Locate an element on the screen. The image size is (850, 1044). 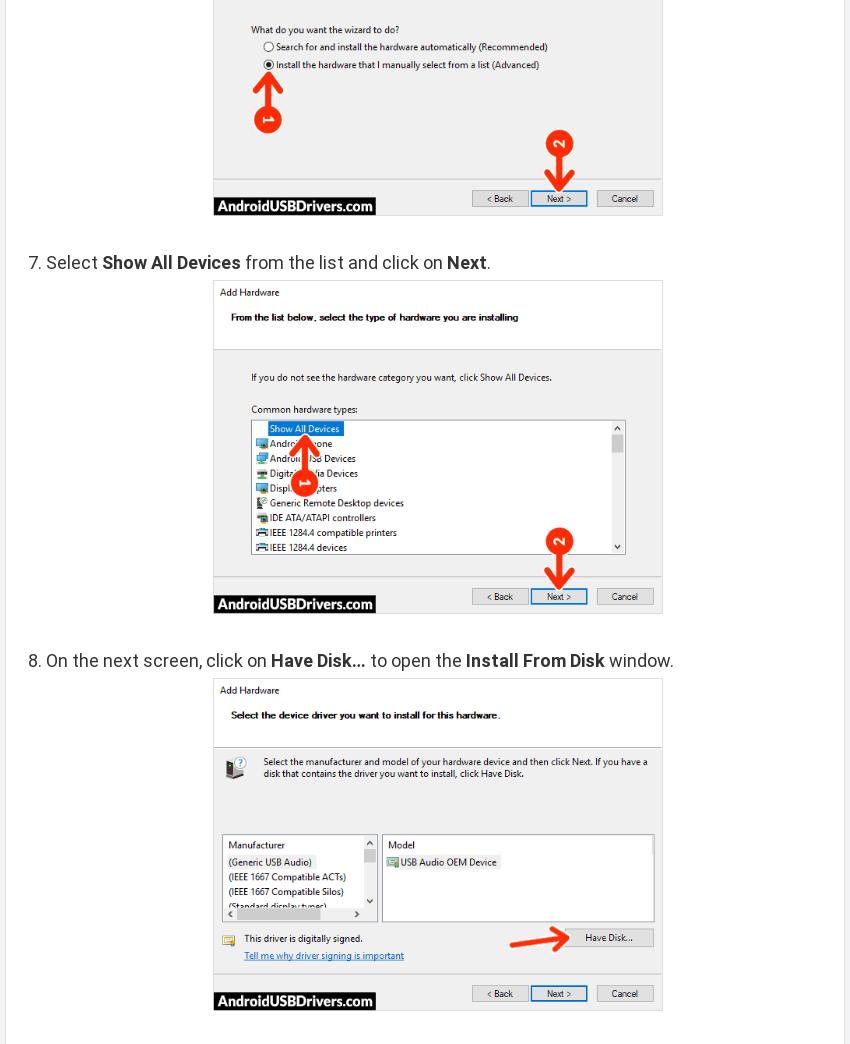
'.' is located at coordinates (486, 261).